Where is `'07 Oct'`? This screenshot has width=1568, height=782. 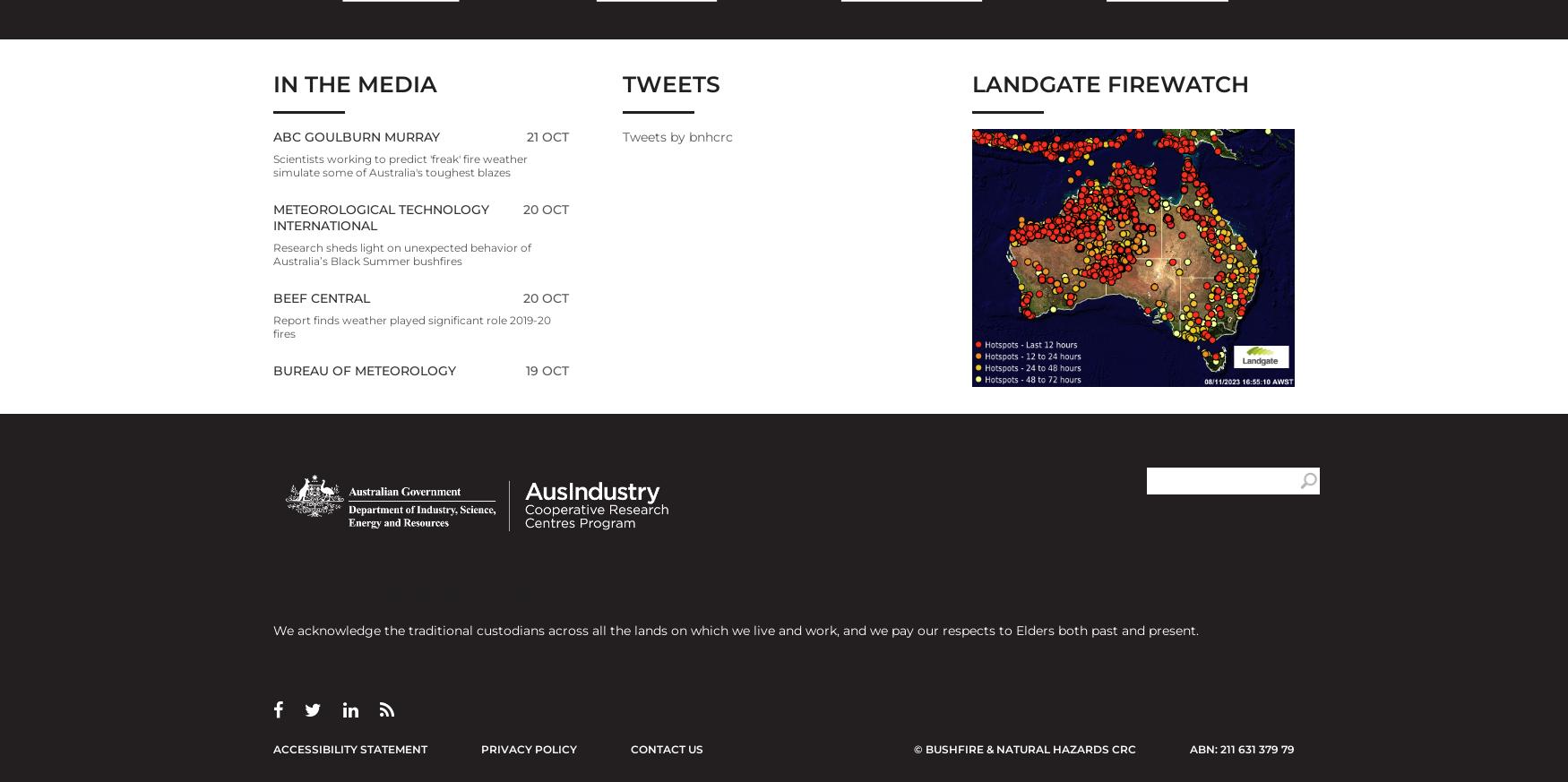 '07 Oct' is located at coordinates (545, 746).